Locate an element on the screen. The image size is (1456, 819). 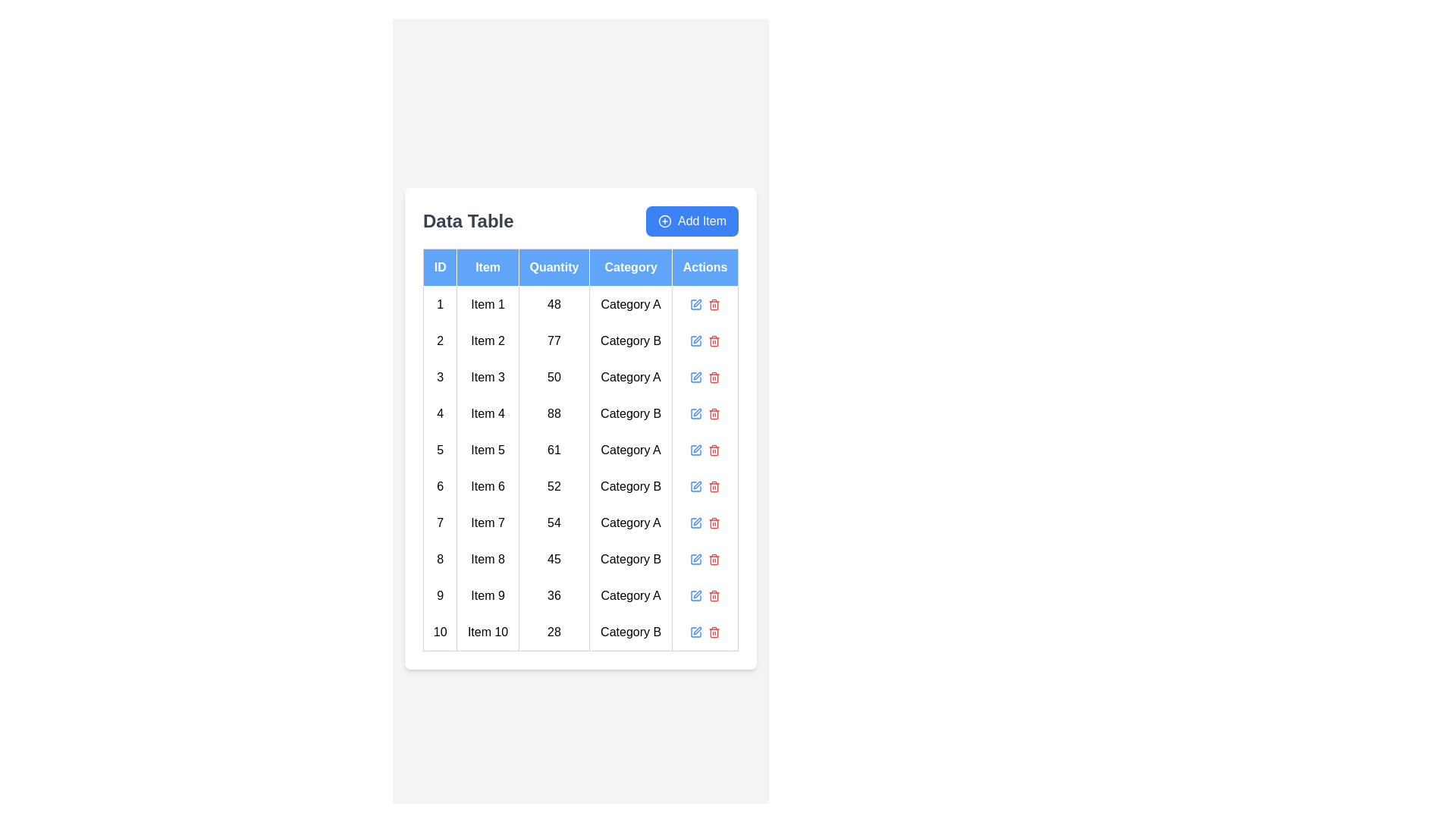
the rectangular body of the trash can icon located in the 'Actions' column of the data table for 'Item 10' is located at coordinates (714, 632).